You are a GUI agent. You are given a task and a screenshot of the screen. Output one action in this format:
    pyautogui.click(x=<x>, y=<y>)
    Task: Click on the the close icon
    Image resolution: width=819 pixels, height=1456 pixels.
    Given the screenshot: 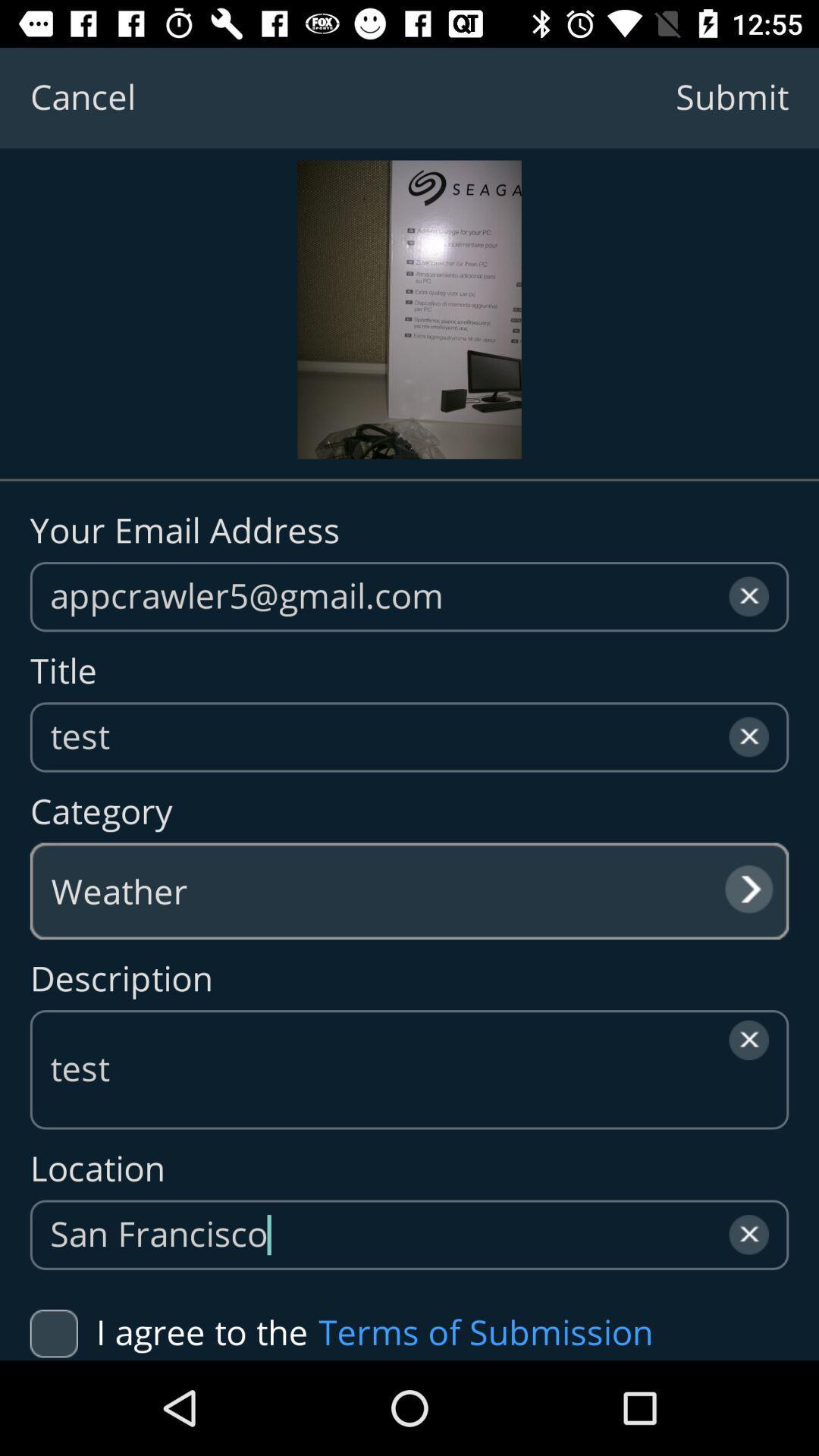 What is the action you would take?
    pyautogui.click(x=748, y=736)
    